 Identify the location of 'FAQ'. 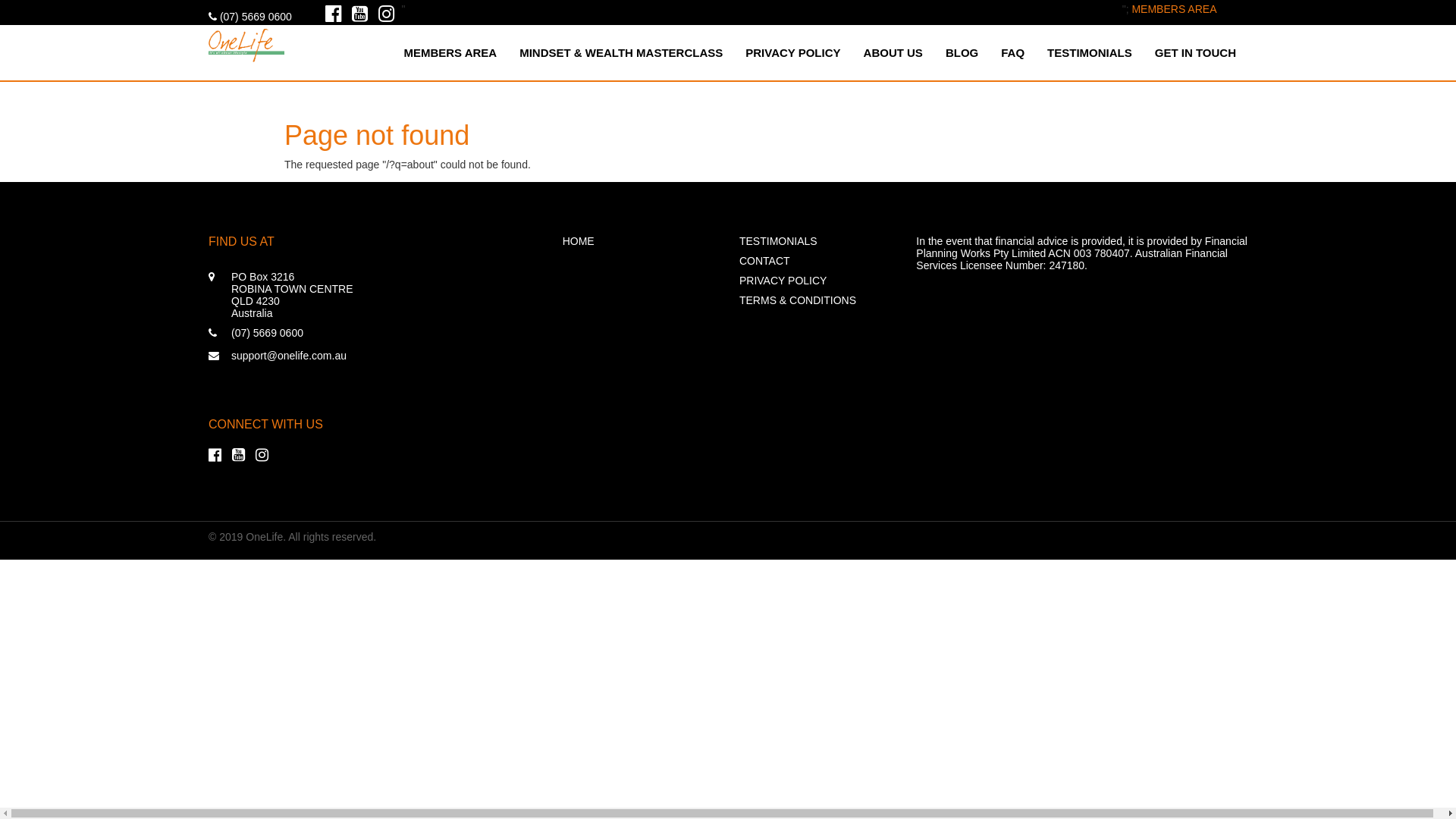
(1012, 52).